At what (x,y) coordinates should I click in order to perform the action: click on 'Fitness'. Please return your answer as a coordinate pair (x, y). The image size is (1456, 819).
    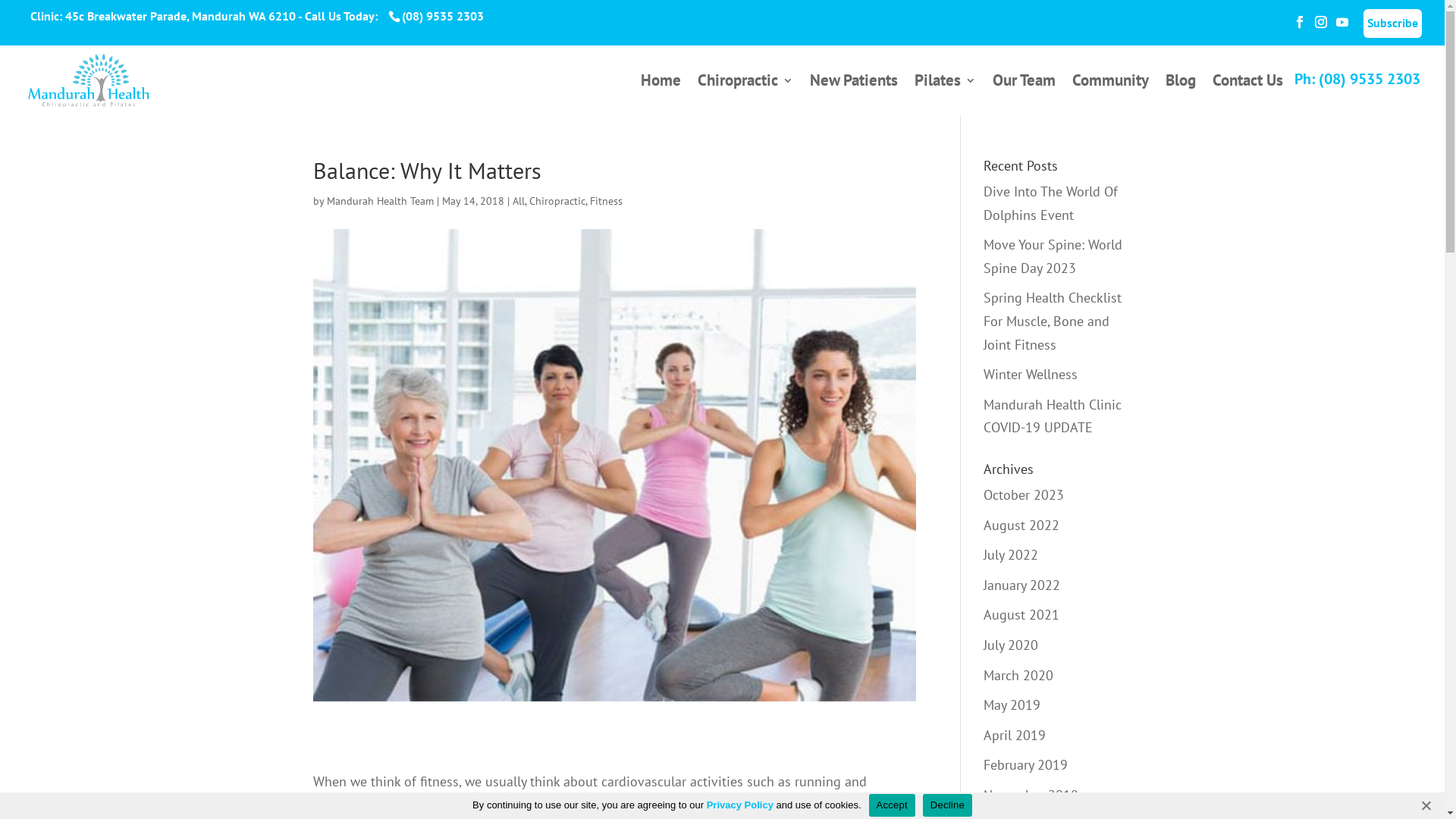
    Looking at the image, I should click on (605, 200).